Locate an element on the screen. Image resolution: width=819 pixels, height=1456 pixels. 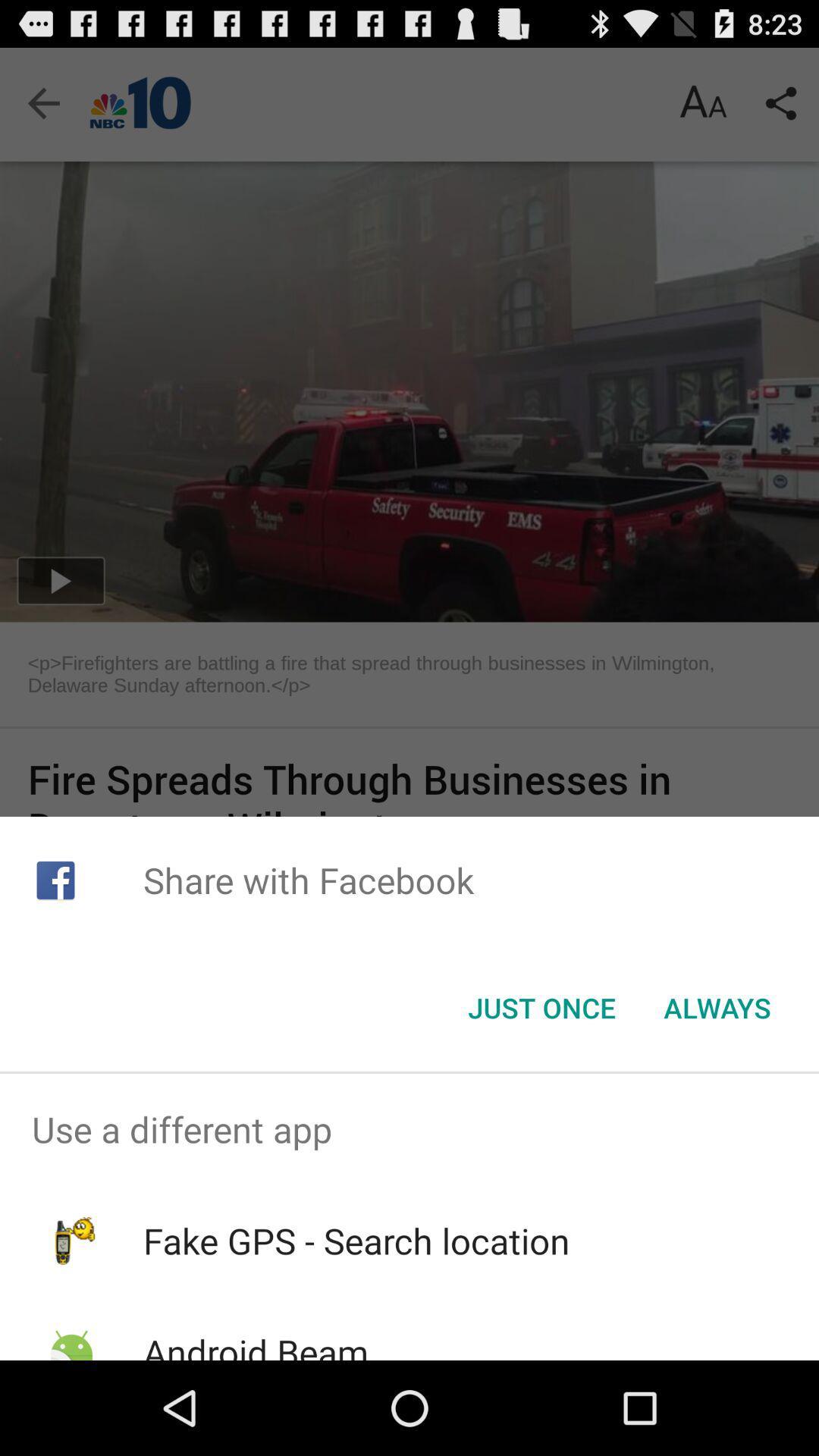
use a different is located at coordinates (409, 1129).